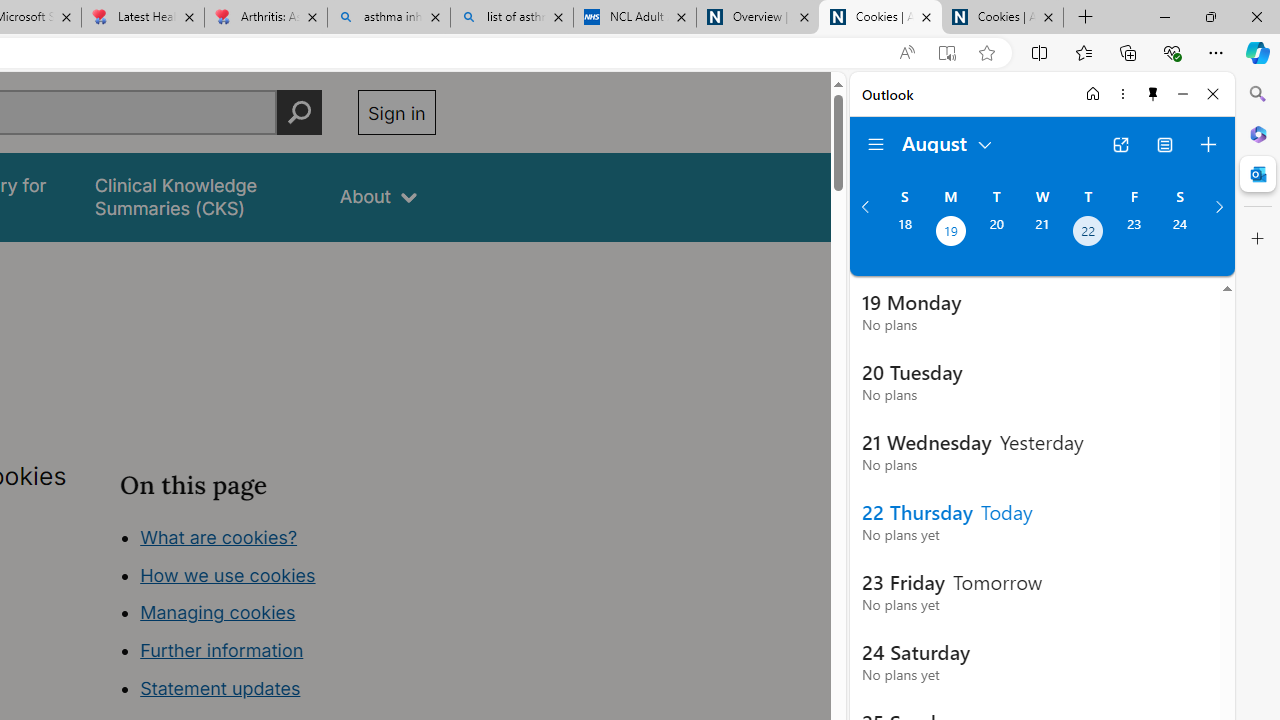  Describe the element at coordinates (1047, 17) in the screenshot. I see `'Close tab'` at that location.